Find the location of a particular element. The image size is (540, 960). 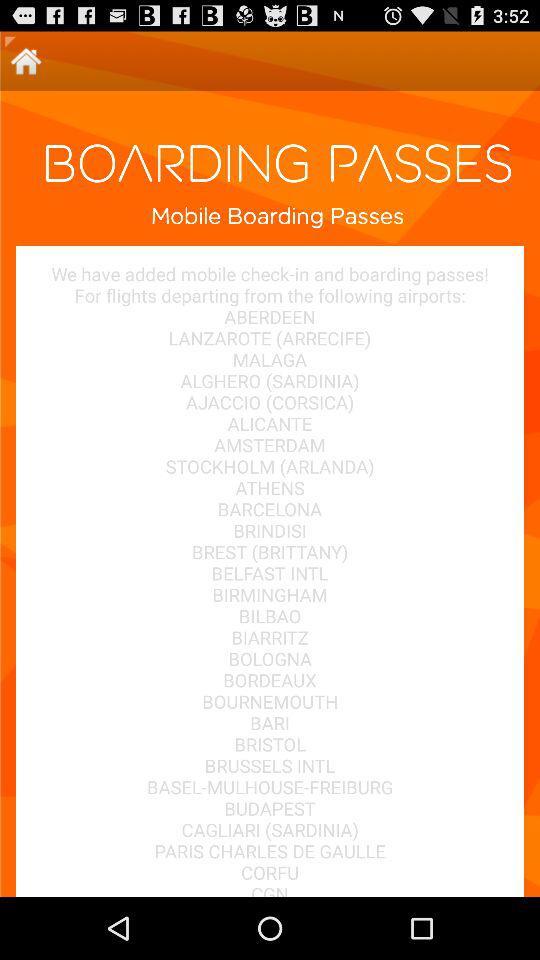

go home is located at coordinates (25, 61).